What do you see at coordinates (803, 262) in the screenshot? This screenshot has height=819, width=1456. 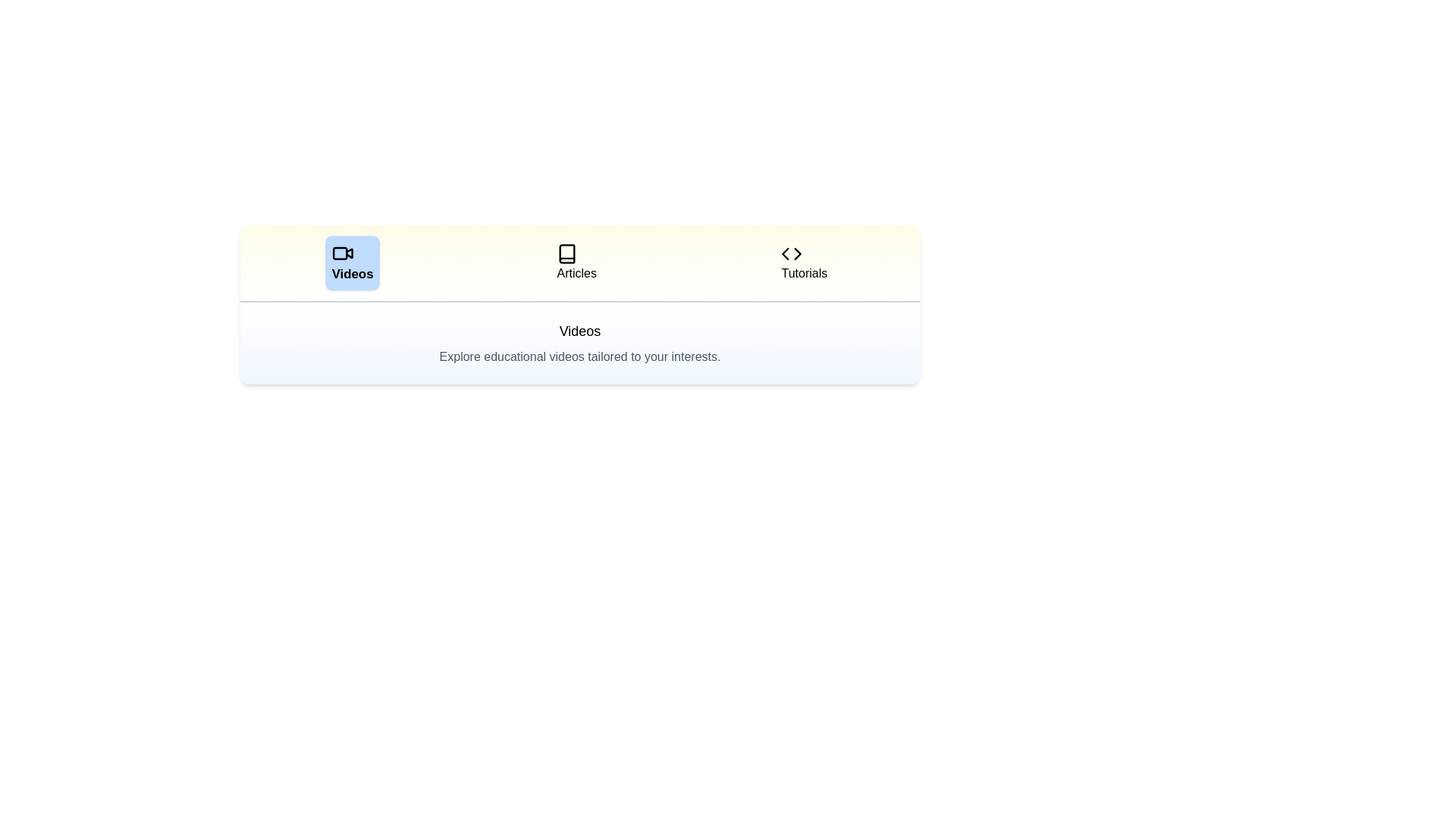 I see `the tab labeled Tutorials` at bounding box center [803, 262].